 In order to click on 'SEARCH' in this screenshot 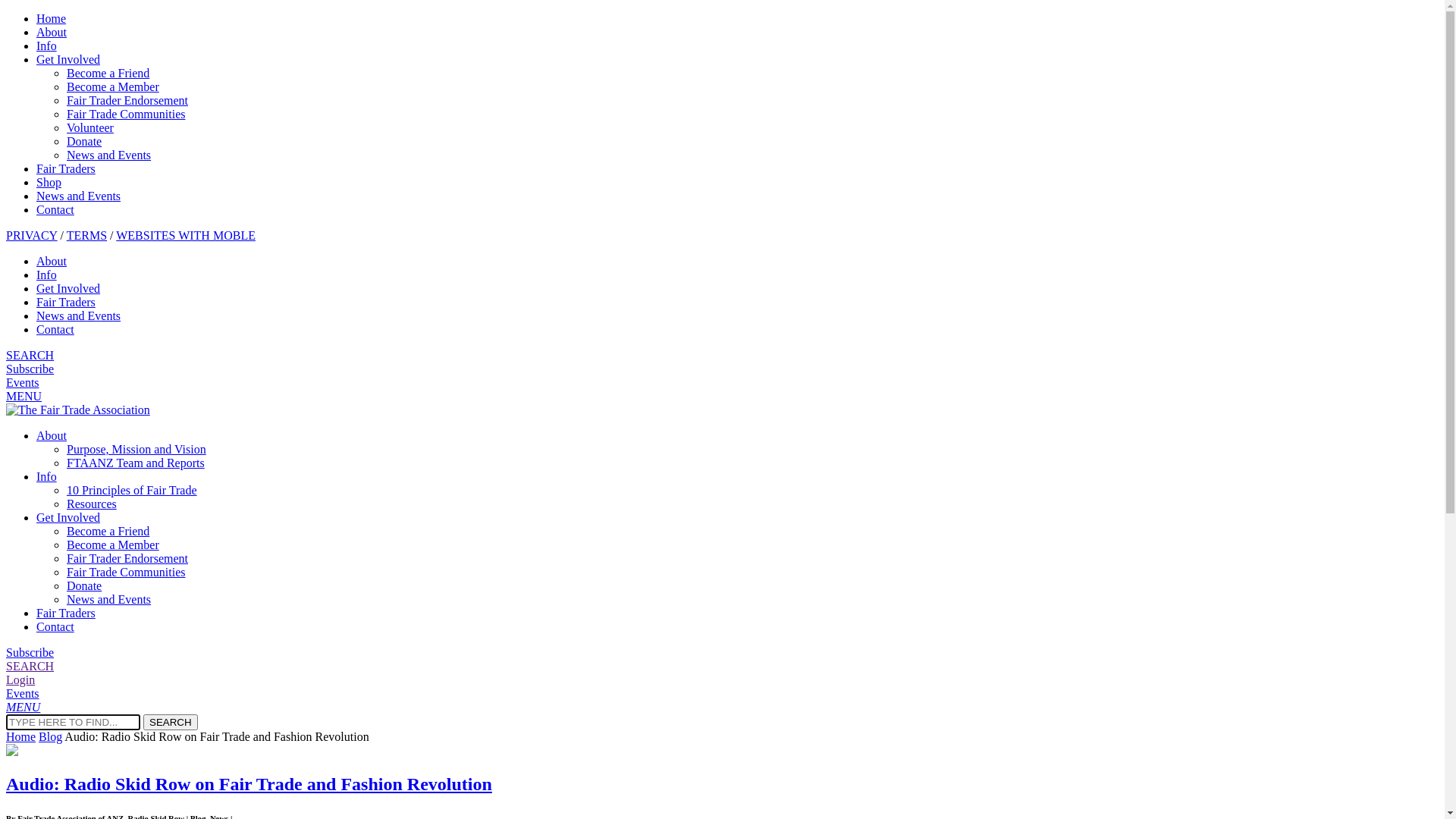, I will do `click(30, 355)`.